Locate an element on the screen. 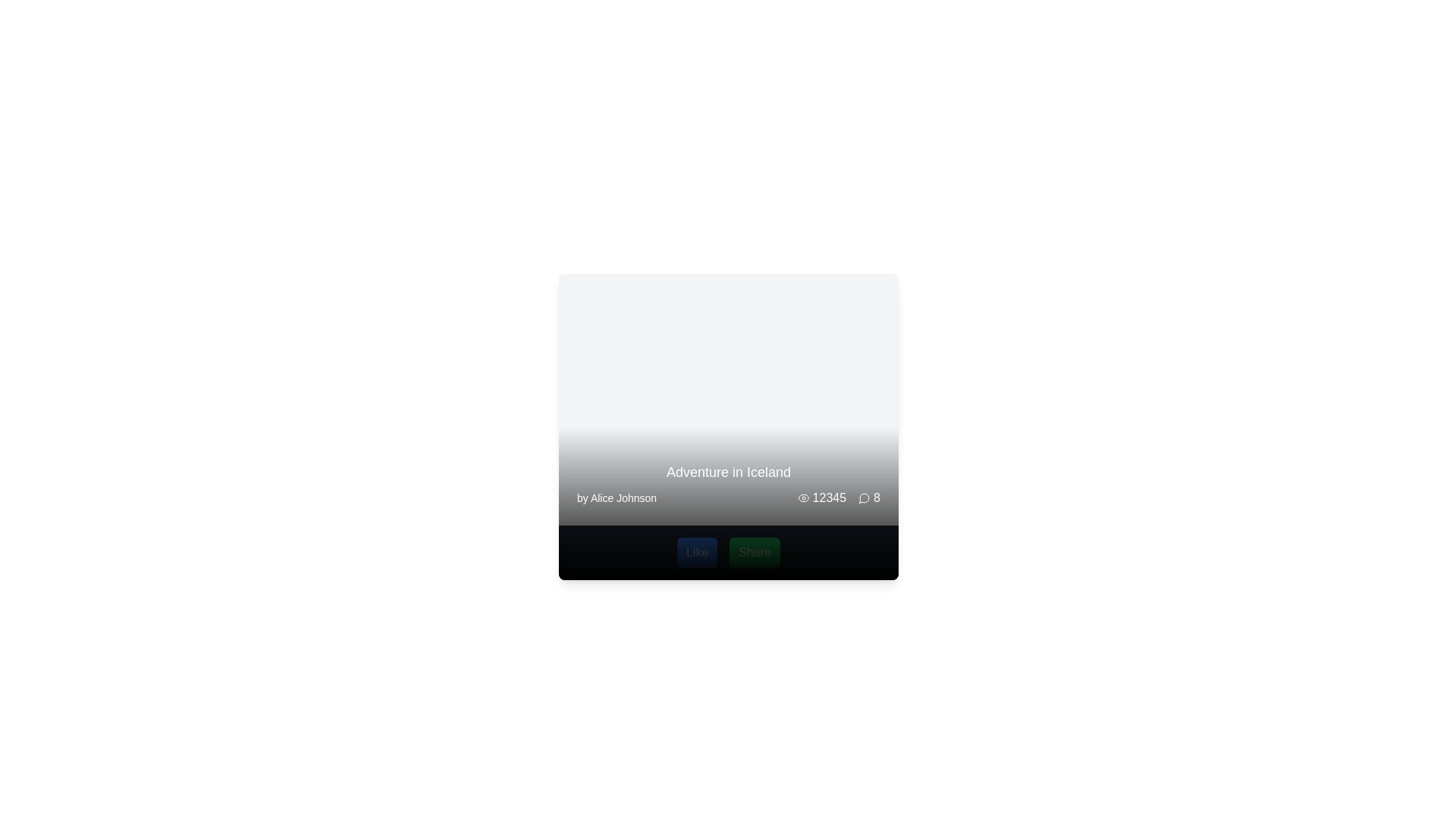 The width and height of the screenshot is (1456, 819). displayed number '12345' located in the bottom-right section of the card component, next to the eye and speech bubble icons is located at coordinates (828, 497).